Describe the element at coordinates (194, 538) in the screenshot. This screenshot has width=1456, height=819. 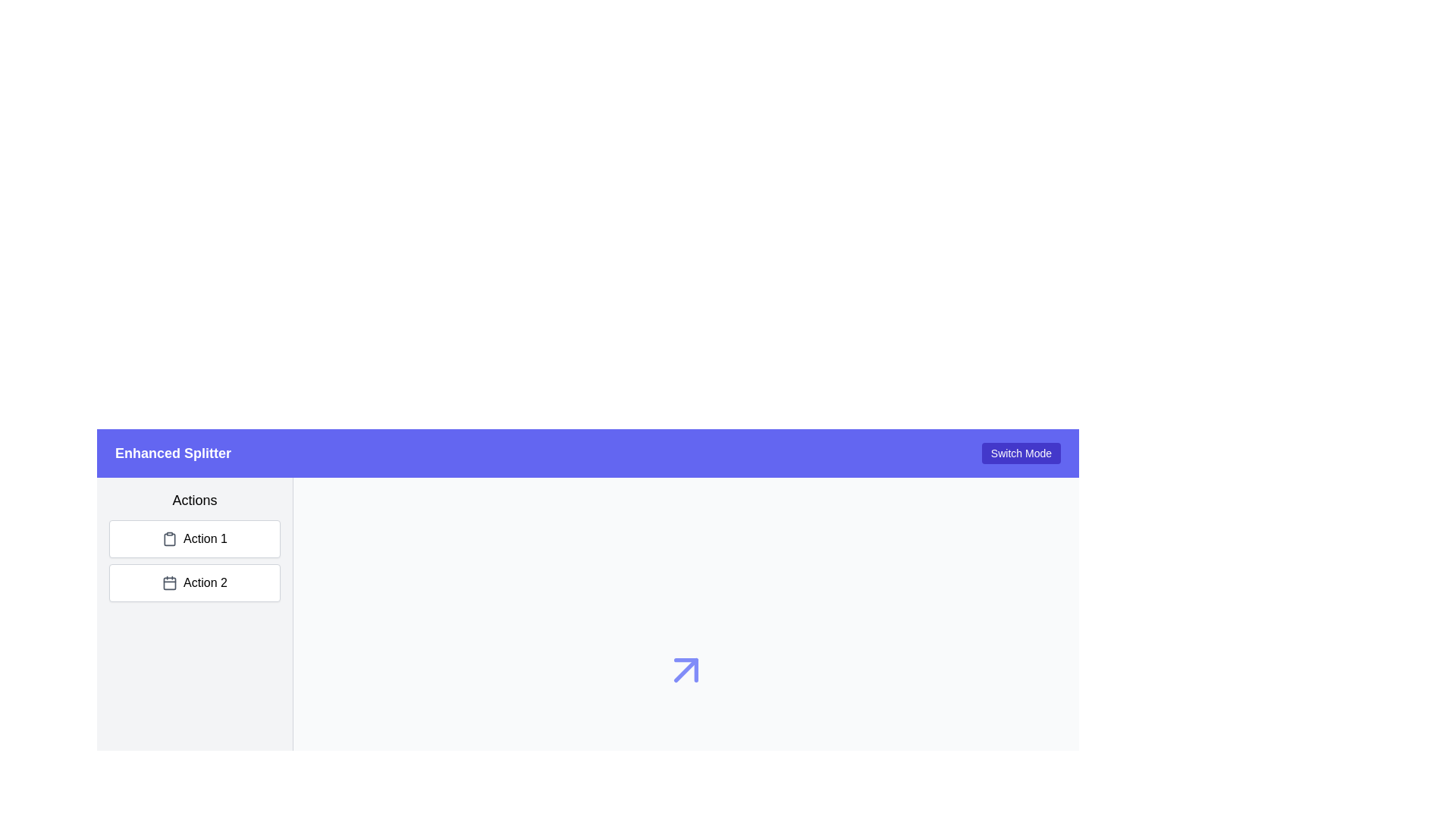
I see `the button labeled 'Action 1' located in the 'Actions' section, which has a white background, gray border, rounded corners, and a clipboard icon` at that location.